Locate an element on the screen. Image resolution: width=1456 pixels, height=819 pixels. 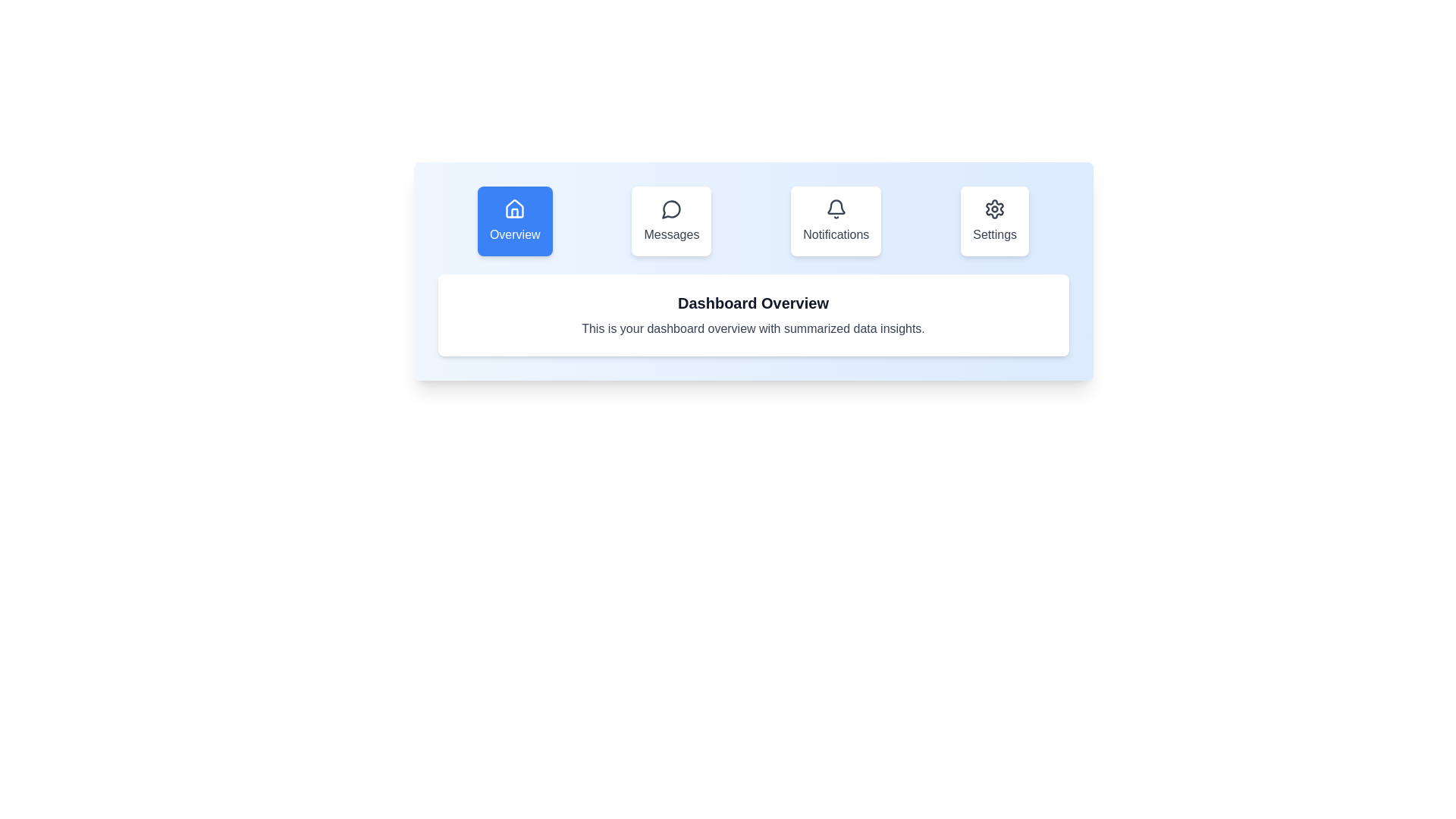
the 'Settings' button, which is a rectangular button with a gear icon and labeled text, located at the far-right among four options is located at coordinates (995, 221).